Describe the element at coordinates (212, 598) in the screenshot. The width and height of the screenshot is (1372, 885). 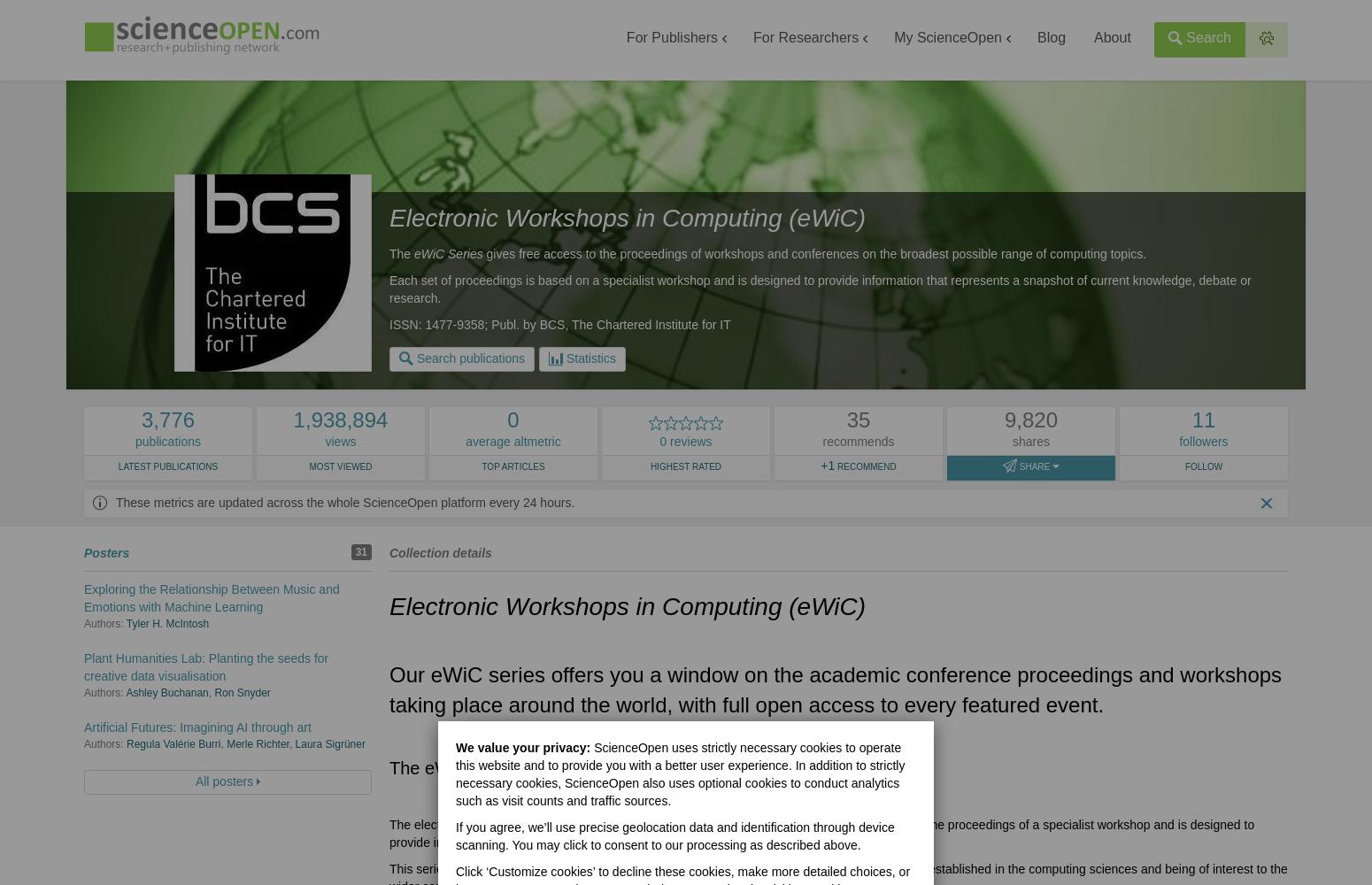
I see `'Exploring the Relationship Between Music and Emotions with Machine Learning'` at that location.